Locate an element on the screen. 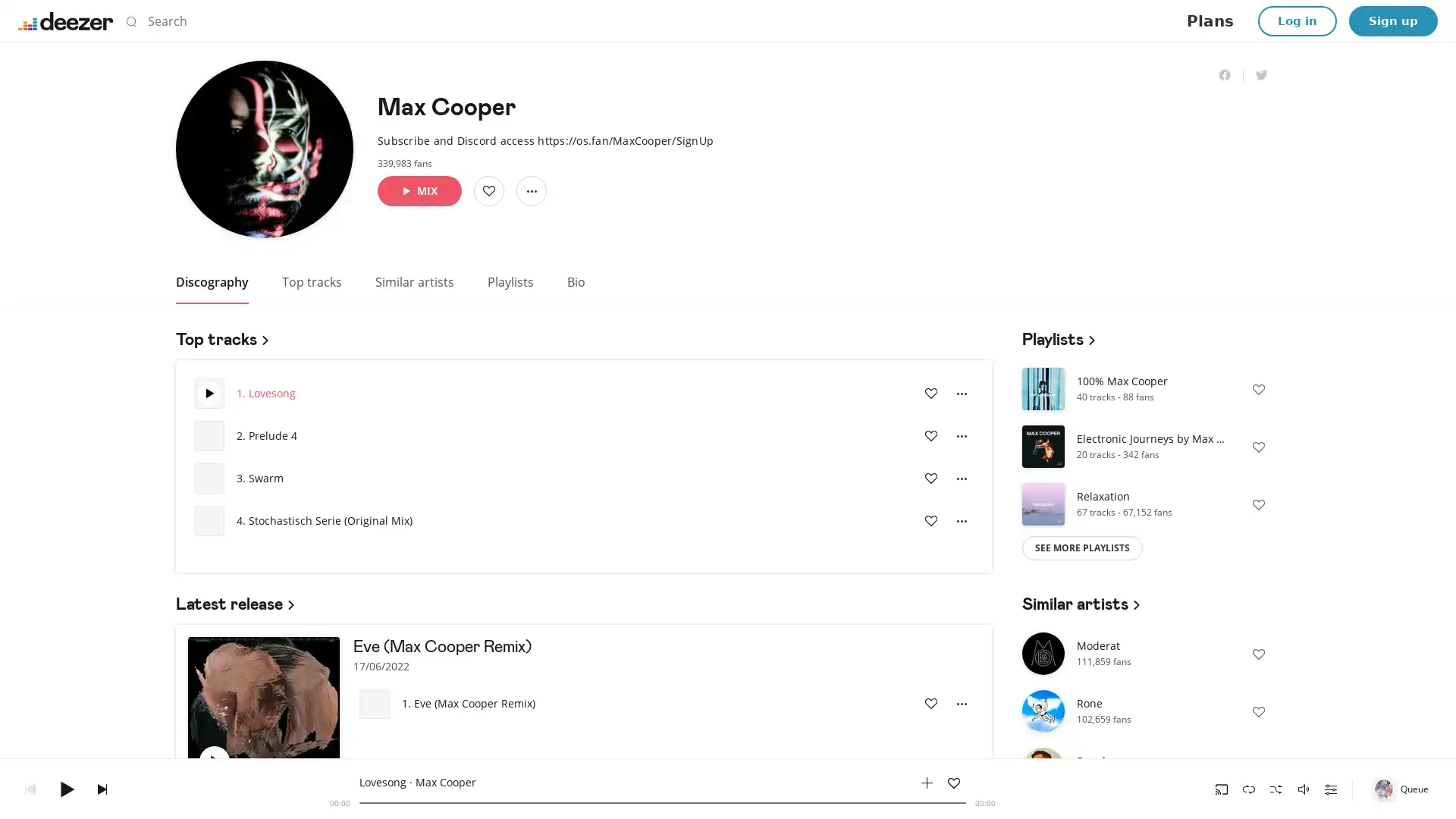 This screenshot has width=1456, height=819. Play Eve (Max Cooper Remix) by Awe Kid is located at coordinates (375, 704).